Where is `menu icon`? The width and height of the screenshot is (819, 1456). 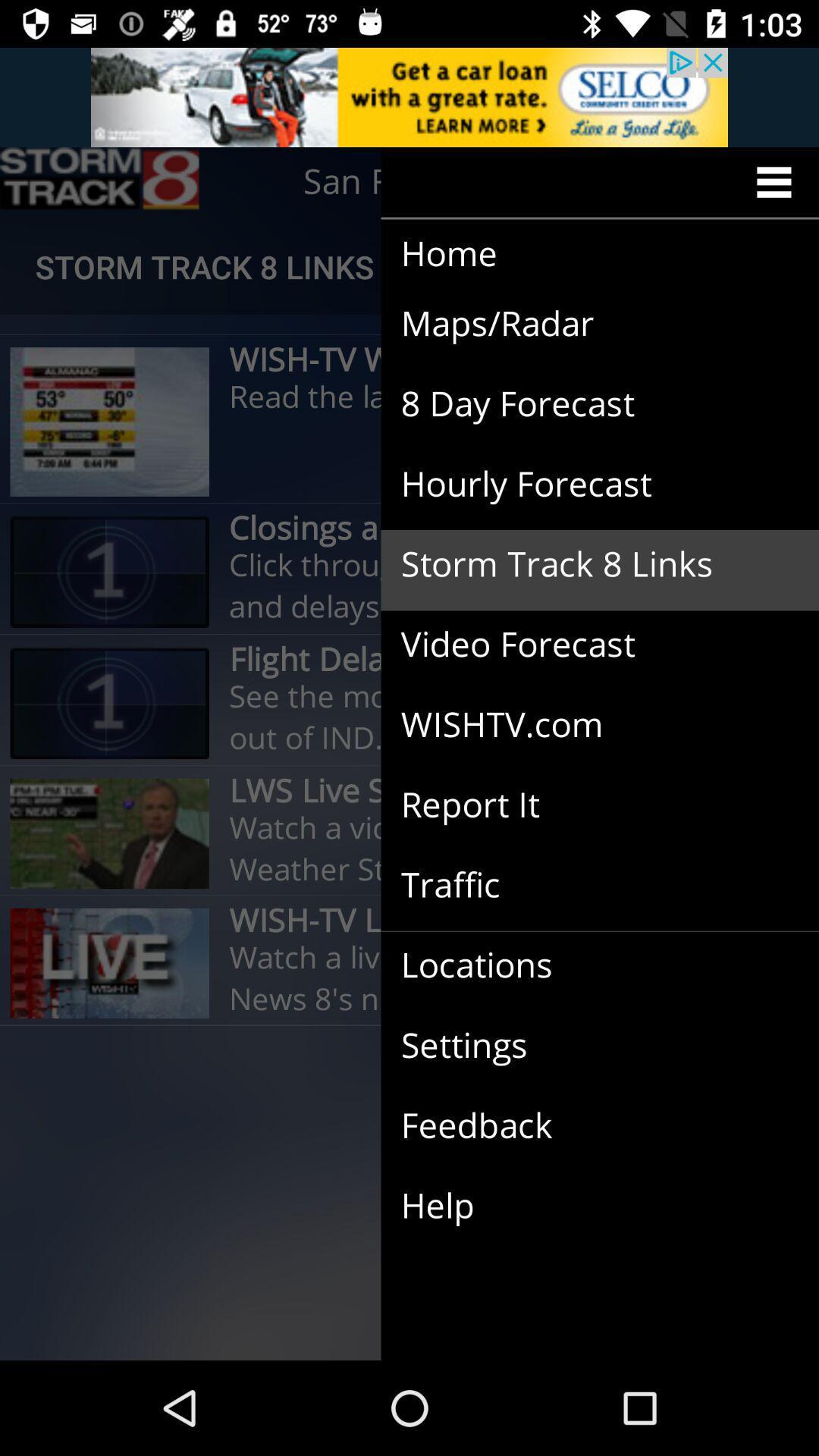 menu icon is located at coordinates (778, 182).